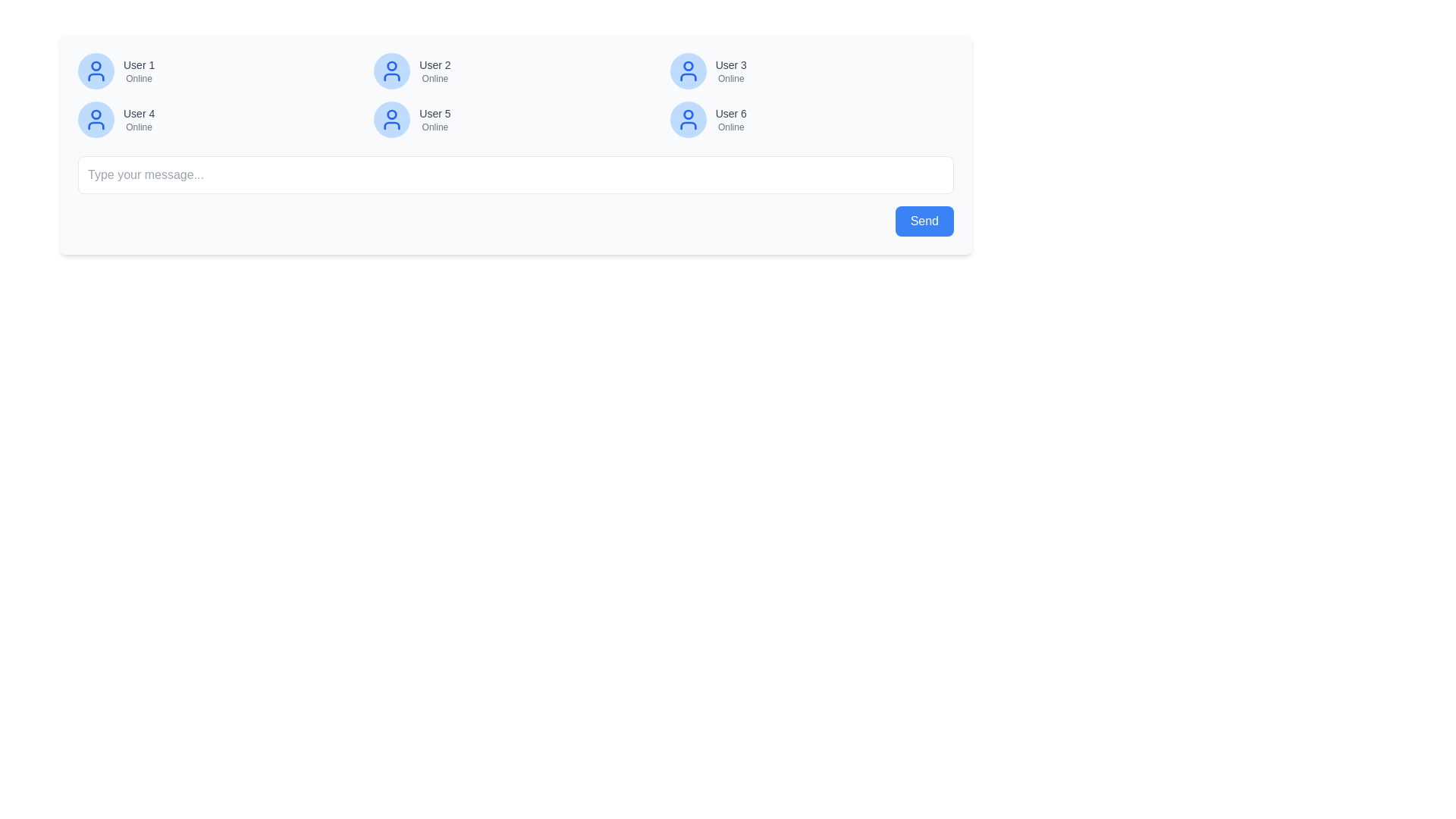  Describe the element at coordinates (139, 79) in the screenshot. I see `the text label displaying 'Online', which is located beneath 'User 1' in the leftmost column of the grid layout` at that location.